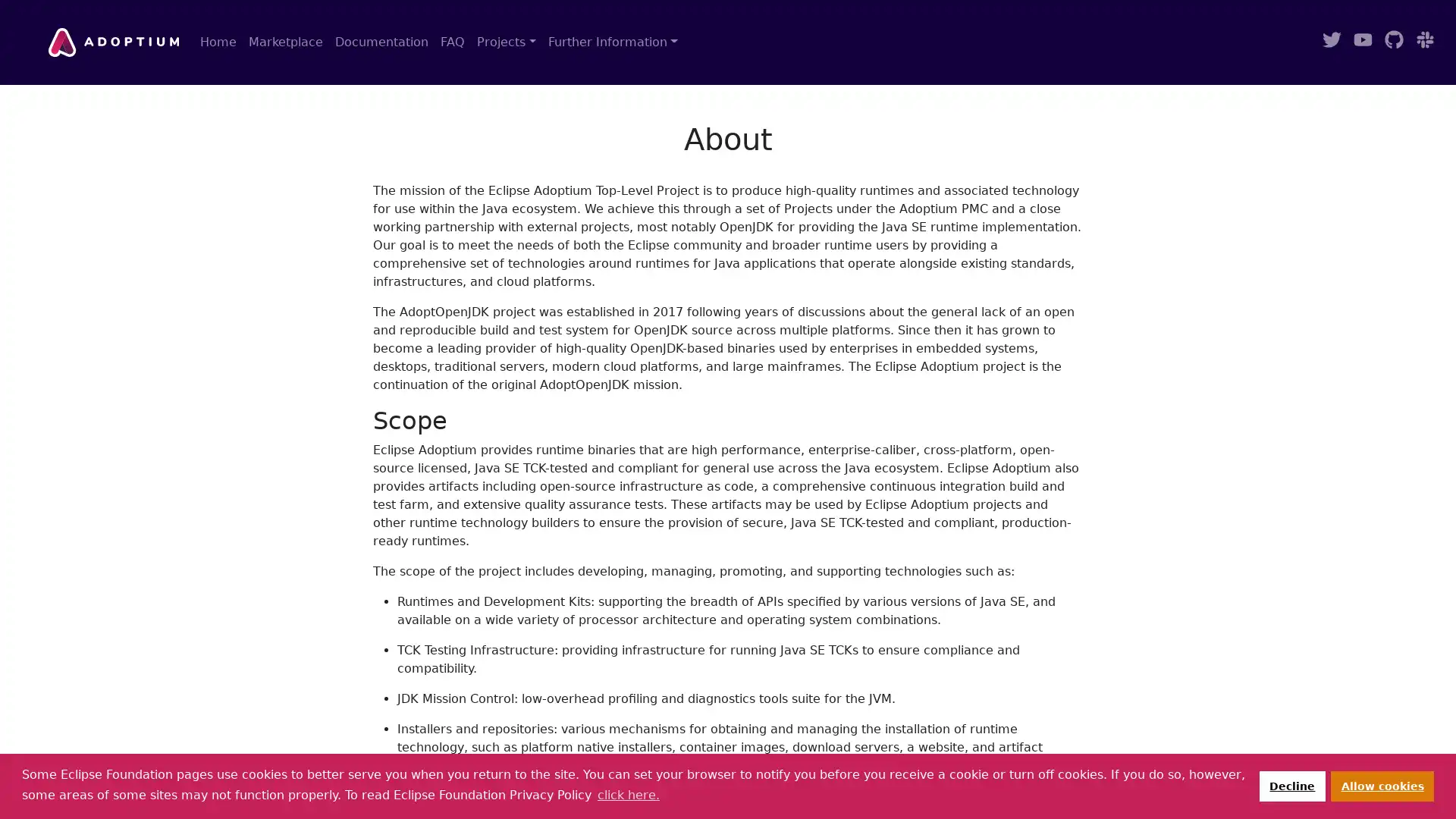 The width and height of the screenshot is (1456, 819). What do you see at coordinates (1291, 785) in the screenshot?
I see `deny cookies` at bounding box center [1291, 785].